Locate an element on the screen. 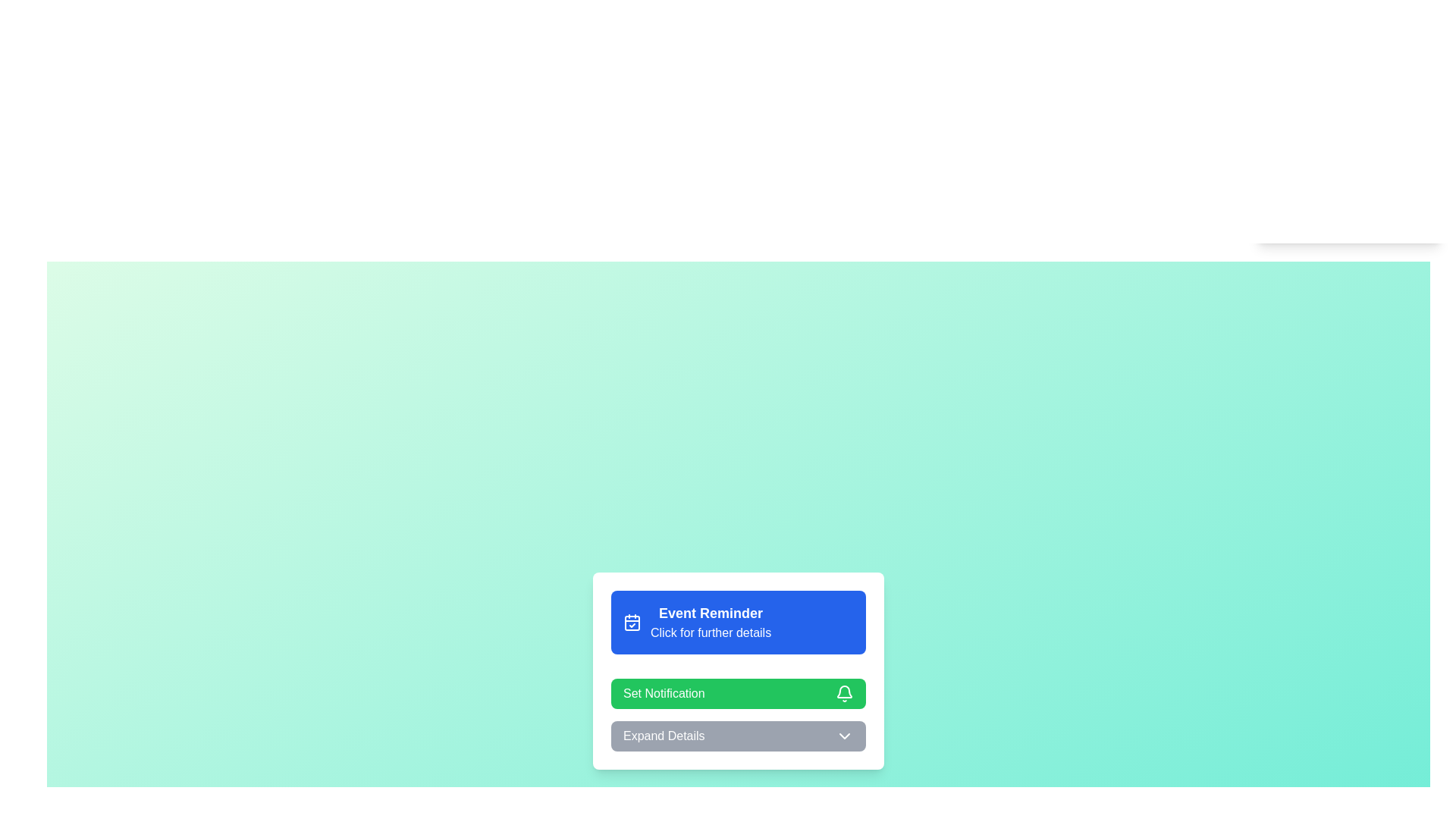 The width and height of the screenshot is (1456, 819). the calendar icon with a checkmark inside it, located in the 'Event Reminder' section above the 'Click for further details' text, styled in white on a blue background is located at coordinates (632, 623).